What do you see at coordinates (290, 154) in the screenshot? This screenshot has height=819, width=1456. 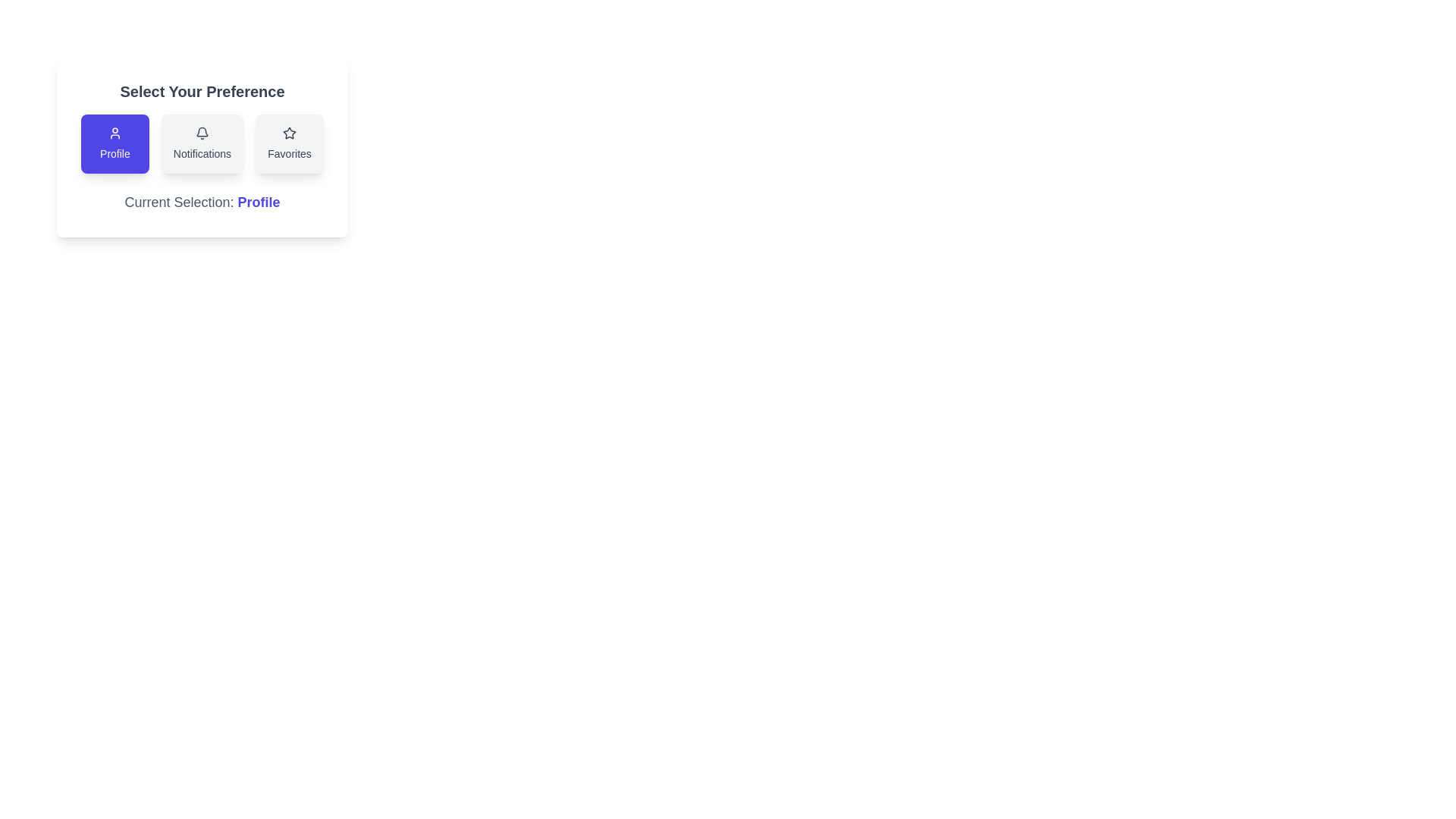 I see `the third text label that describes the 'Favorites' option within the preference selection interface, located below the star icon` at bounding box center [290, 154].